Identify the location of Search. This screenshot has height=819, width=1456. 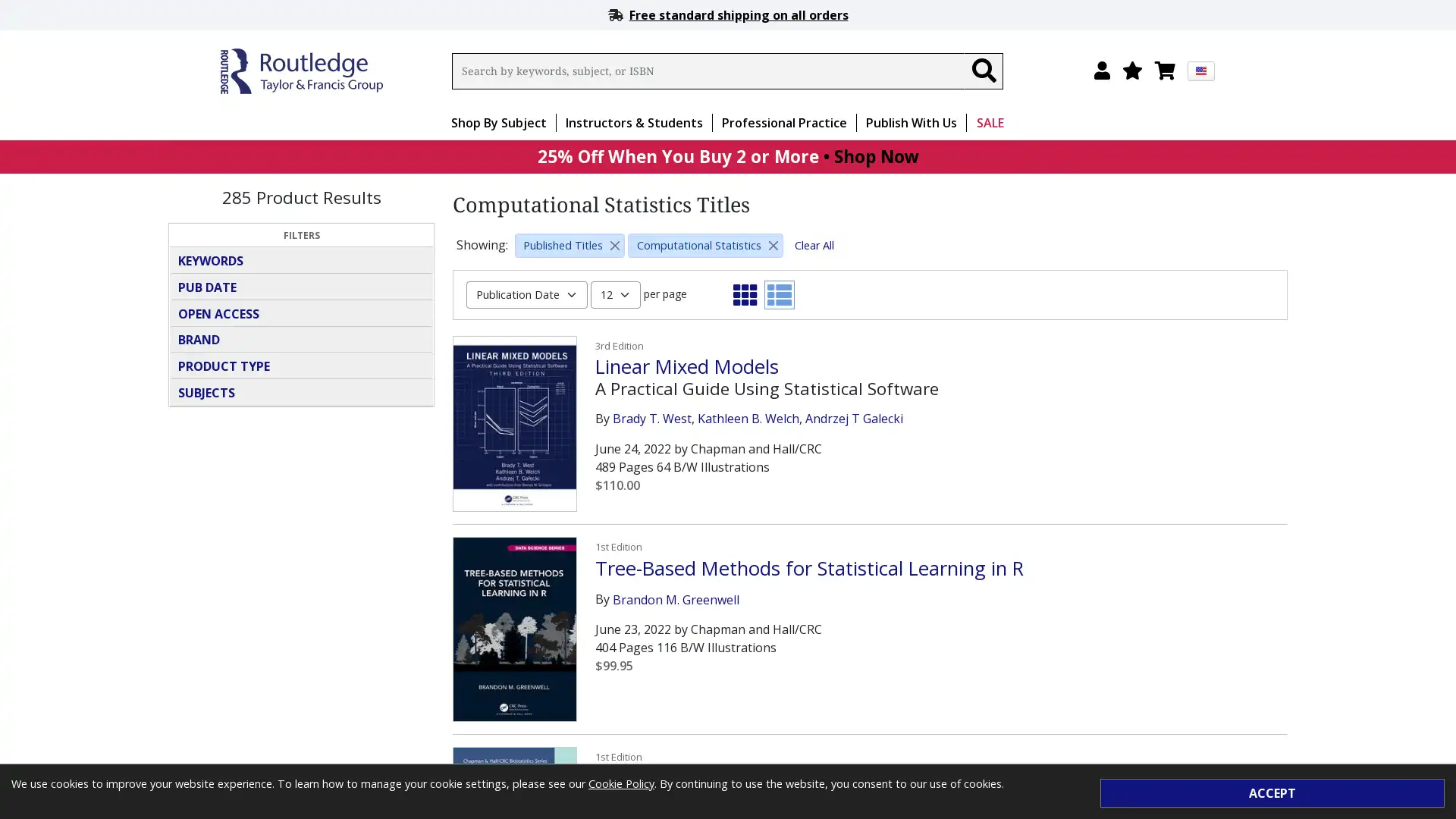
(983, 71).